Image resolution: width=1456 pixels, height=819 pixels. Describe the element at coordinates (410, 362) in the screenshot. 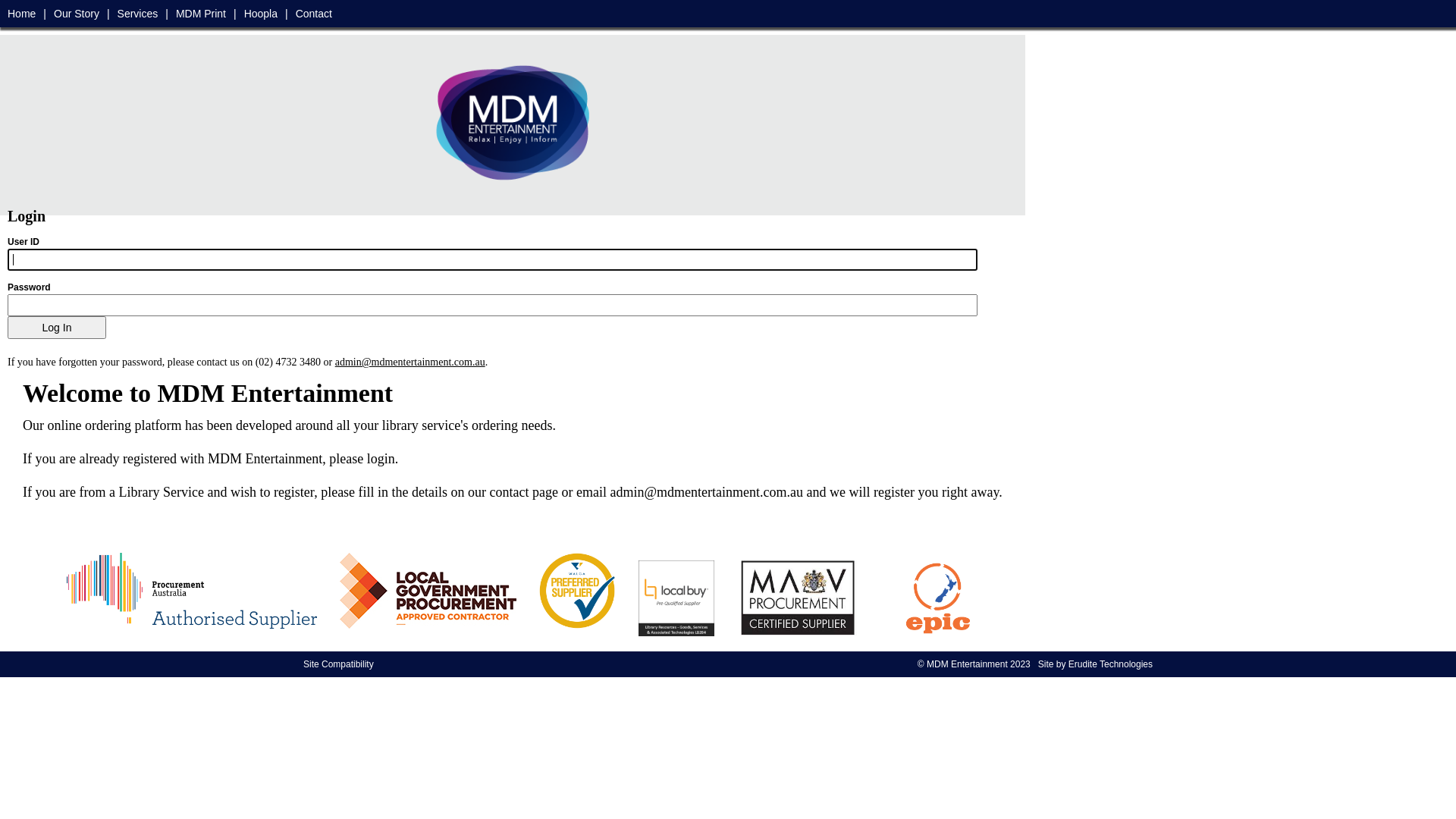

I see `'admin@mdmentertainment.com.au'` at that location.